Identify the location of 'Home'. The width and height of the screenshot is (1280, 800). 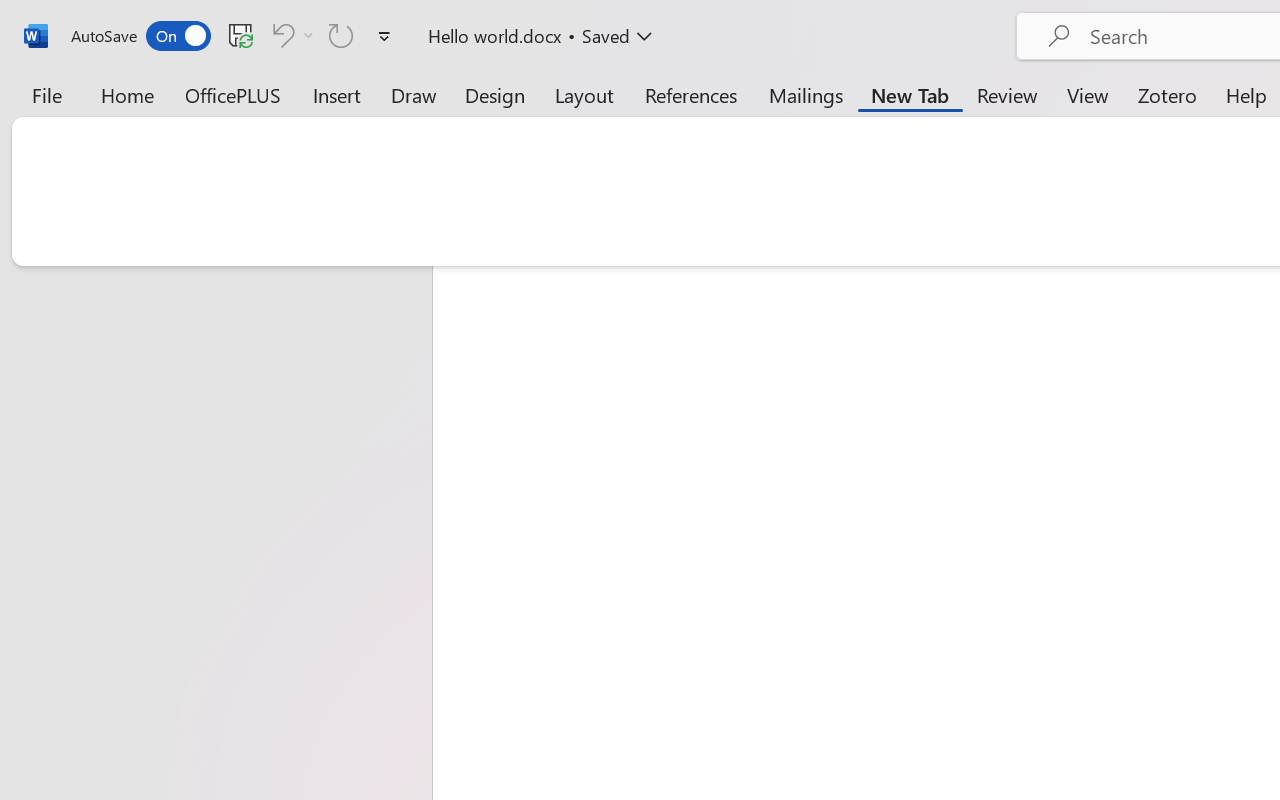
(127, 94).